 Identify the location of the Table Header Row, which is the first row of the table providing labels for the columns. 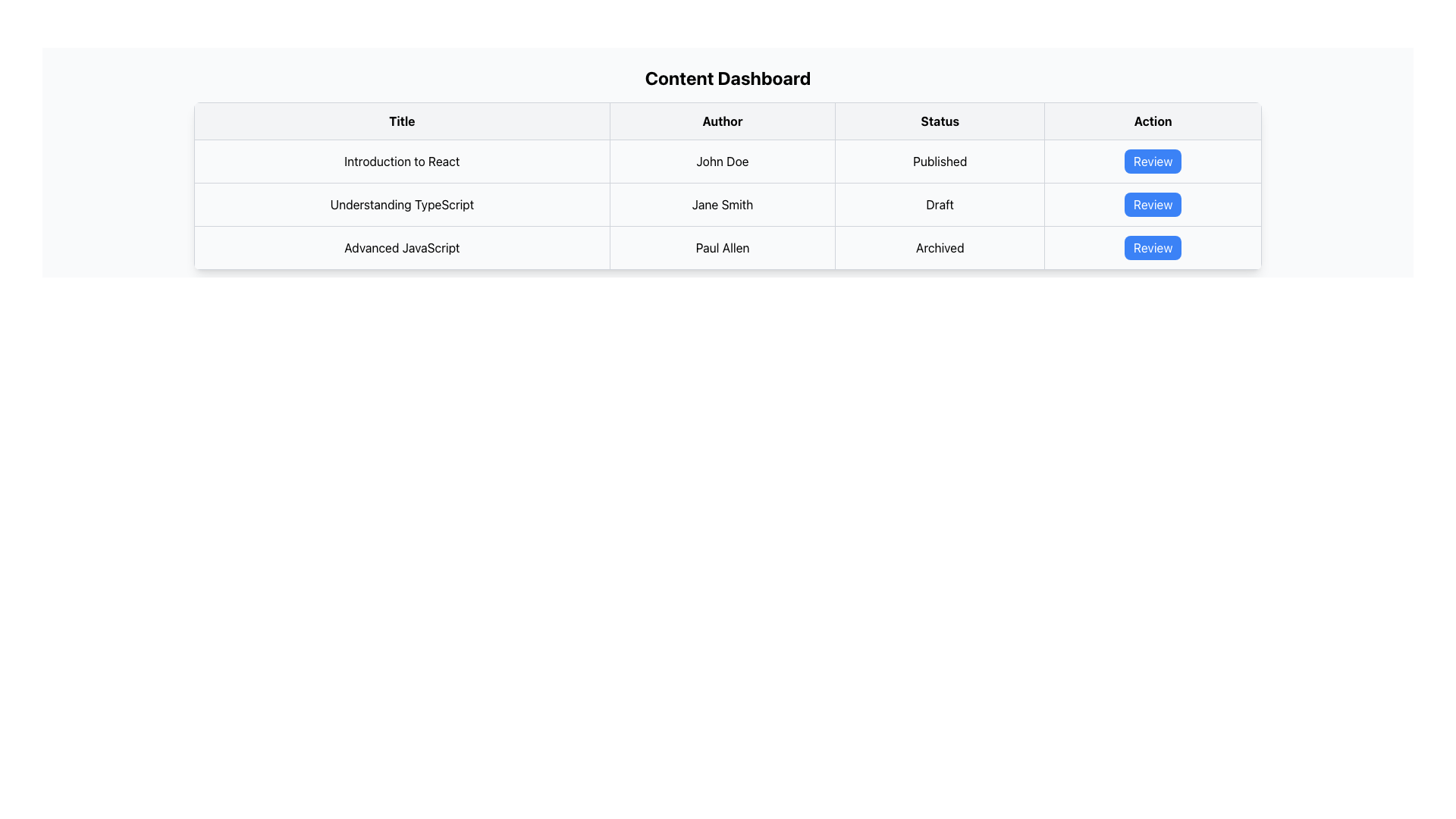
(728, 120).